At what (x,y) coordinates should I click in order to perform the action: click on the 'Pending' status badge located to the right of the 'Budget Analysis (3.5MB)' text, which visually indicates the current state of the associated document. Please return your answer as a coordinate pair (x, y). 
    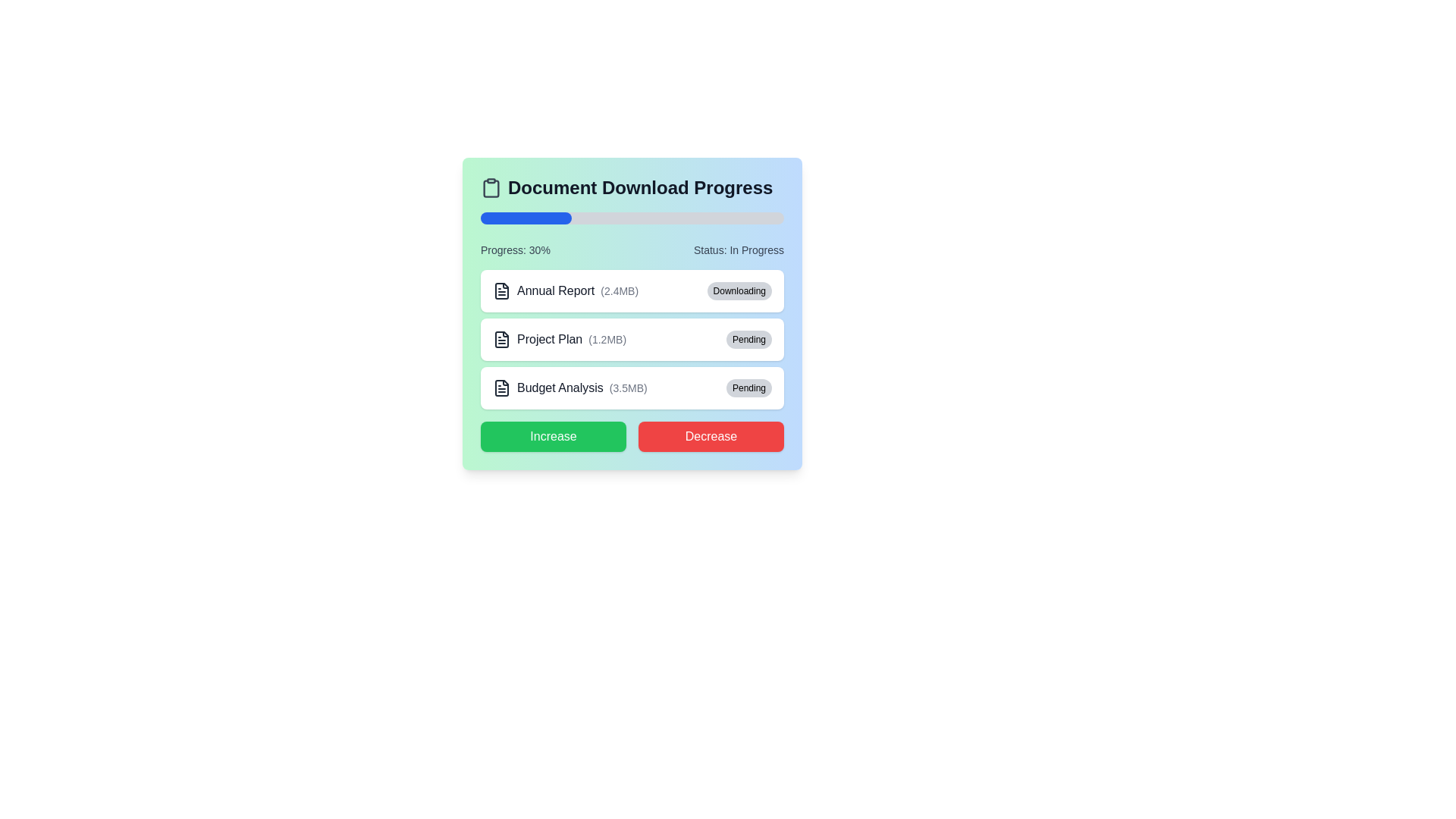
    Looking at the image, I should click on (749, 388).